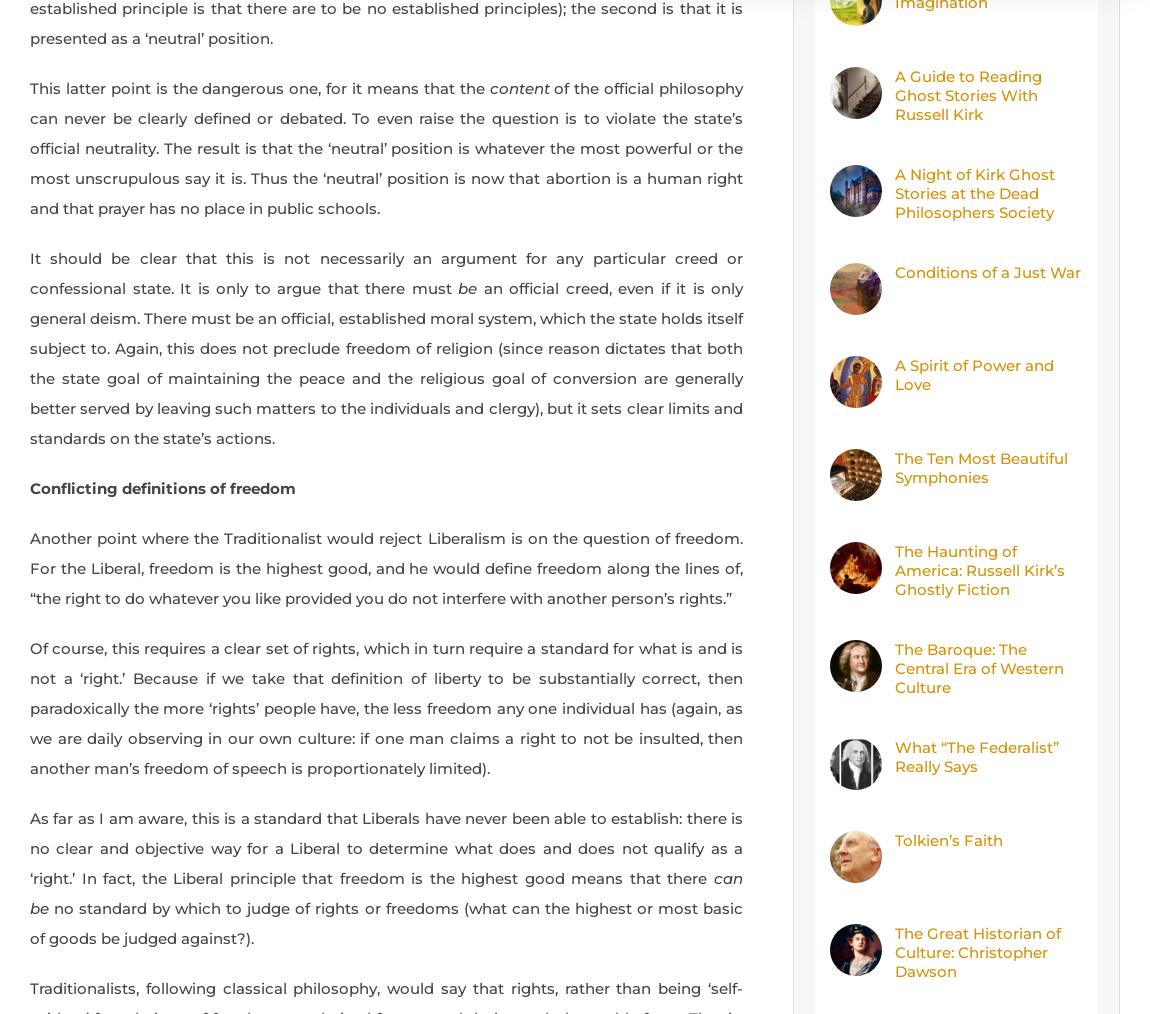 Image resolution: width=1150 pixels, height=1014 pixels. What do you see at coordinates (467, 287) in the screenshot?
I see `'be'` at bounding box center [467, 287].